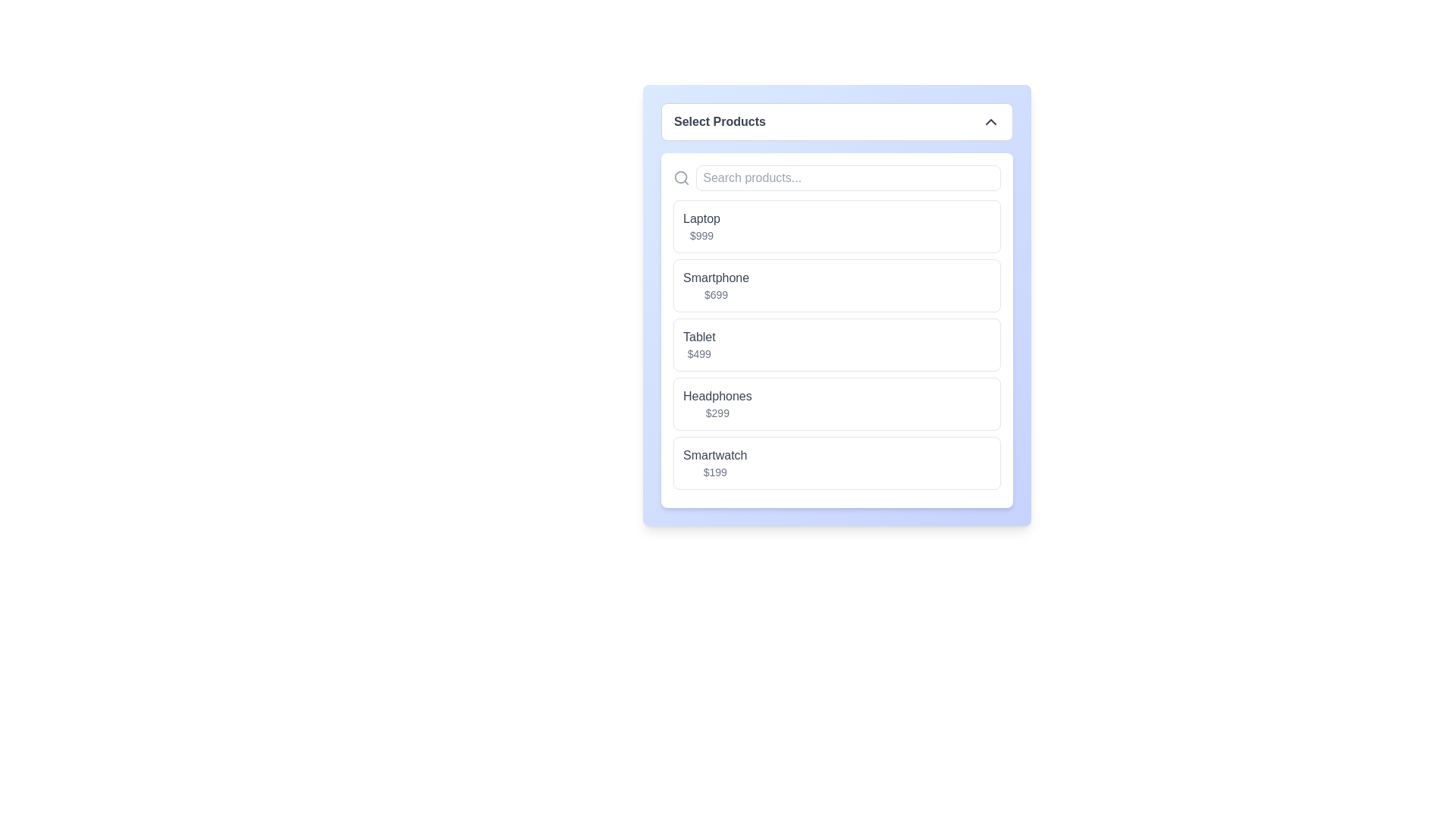  I want to click on the 'Headphones' text element displaying the price '$299', so click(717, 403).